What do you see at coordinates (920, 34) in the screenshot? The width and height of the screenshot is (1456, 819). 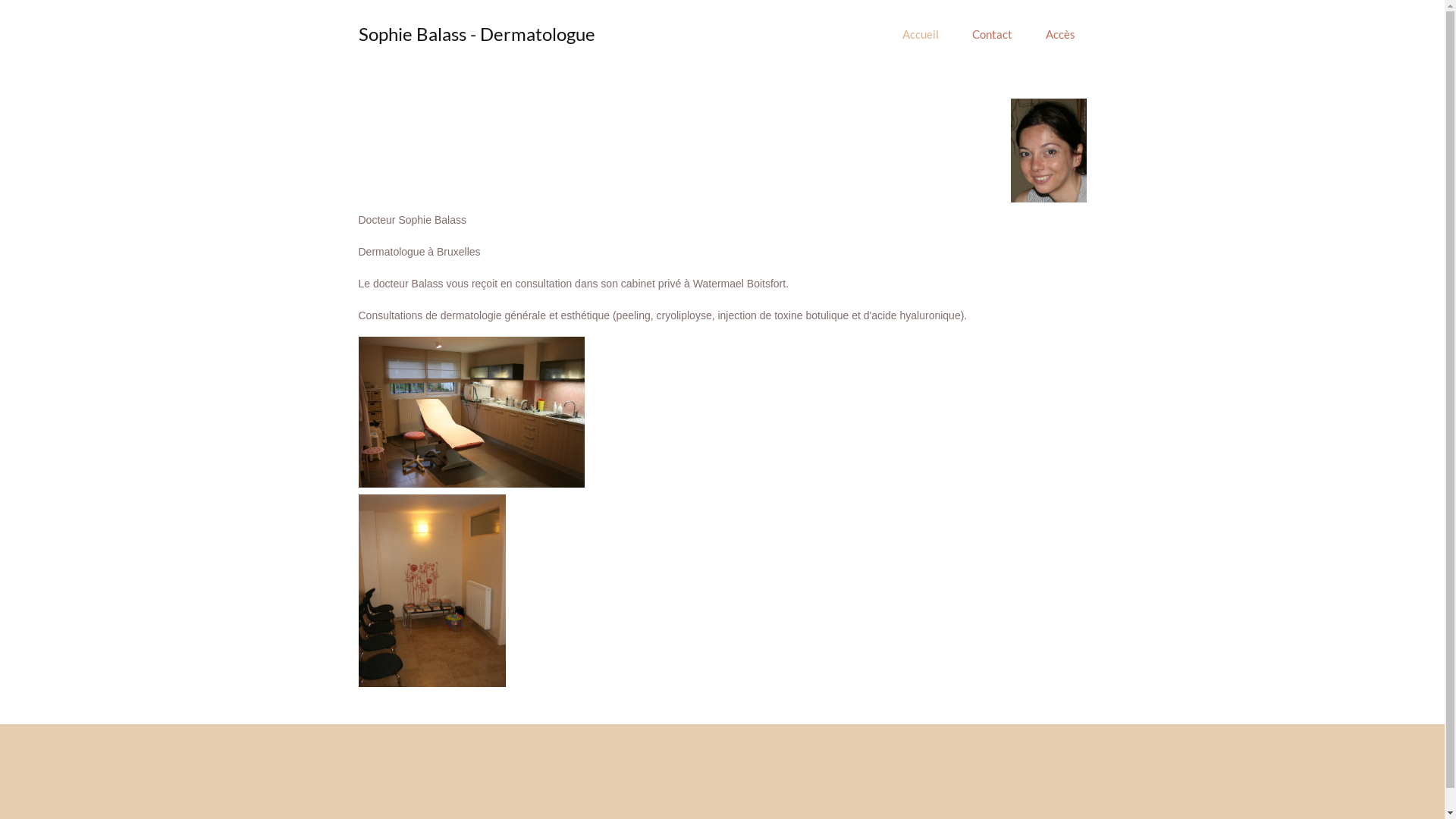 I see `'Accueil'` at bounding box center [920, 34].